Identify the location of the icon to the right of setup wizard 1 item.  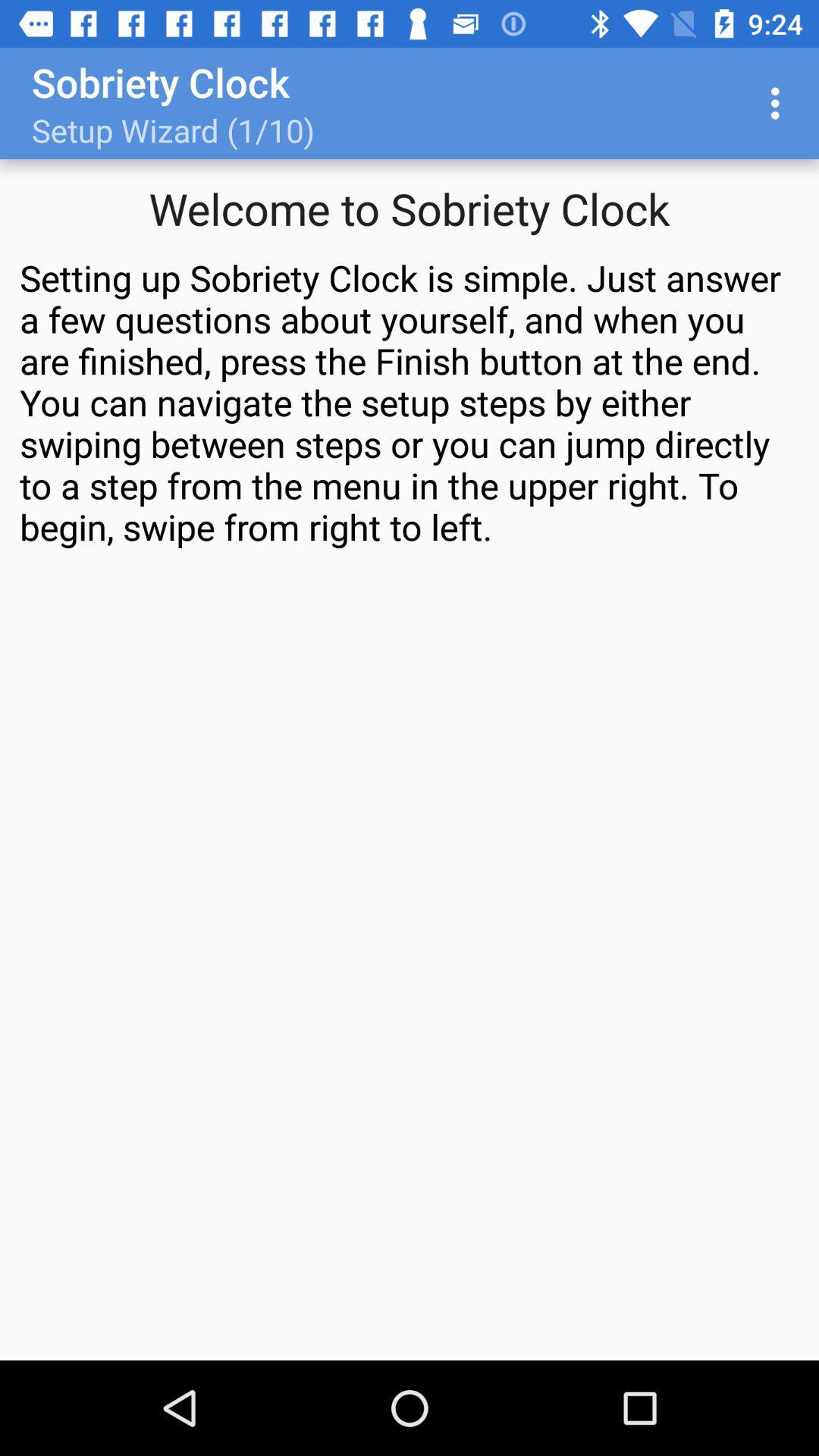
(779, 102).